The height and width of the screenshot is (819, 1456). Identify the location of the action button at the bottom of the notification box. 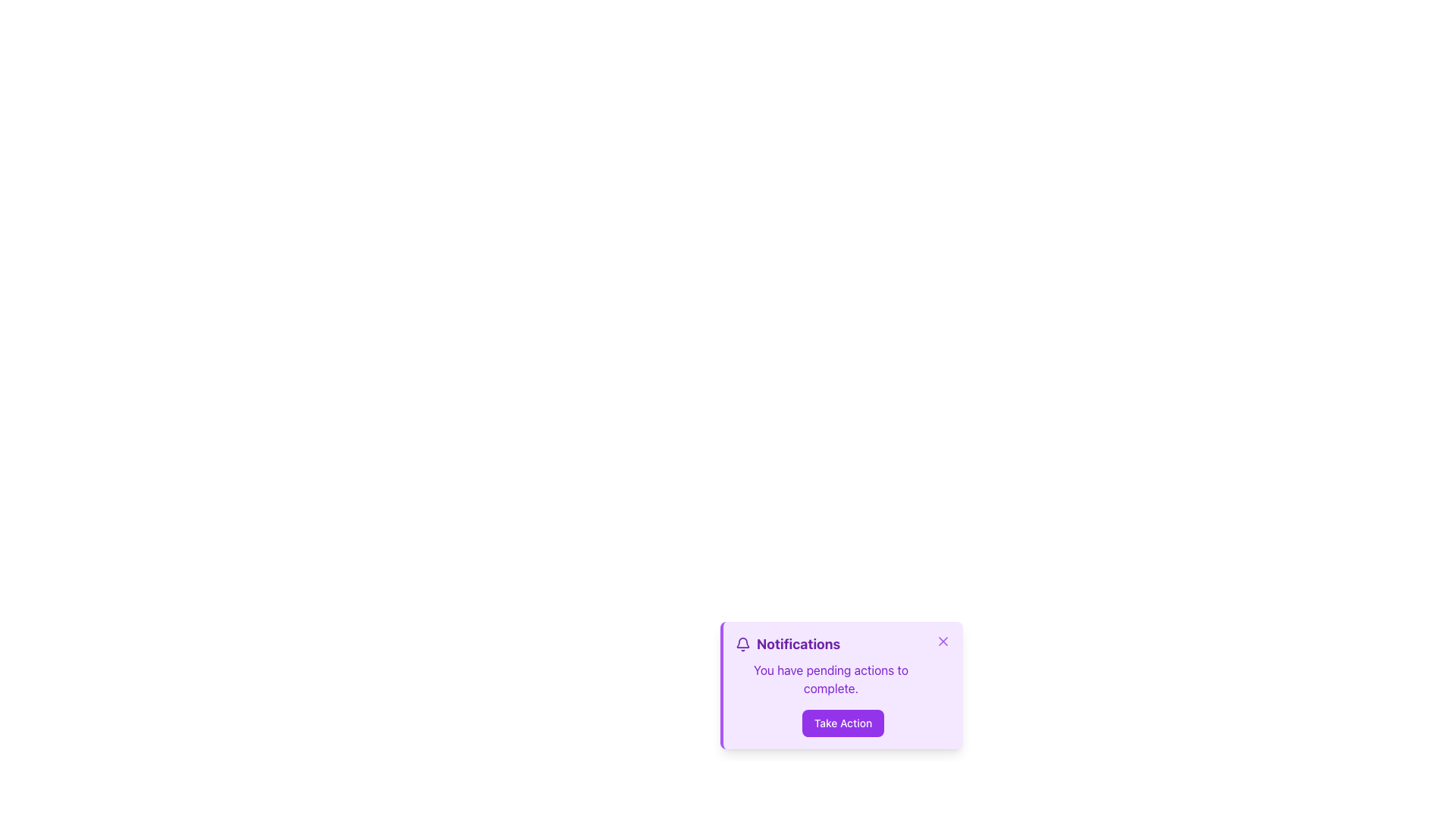
(843, 722).